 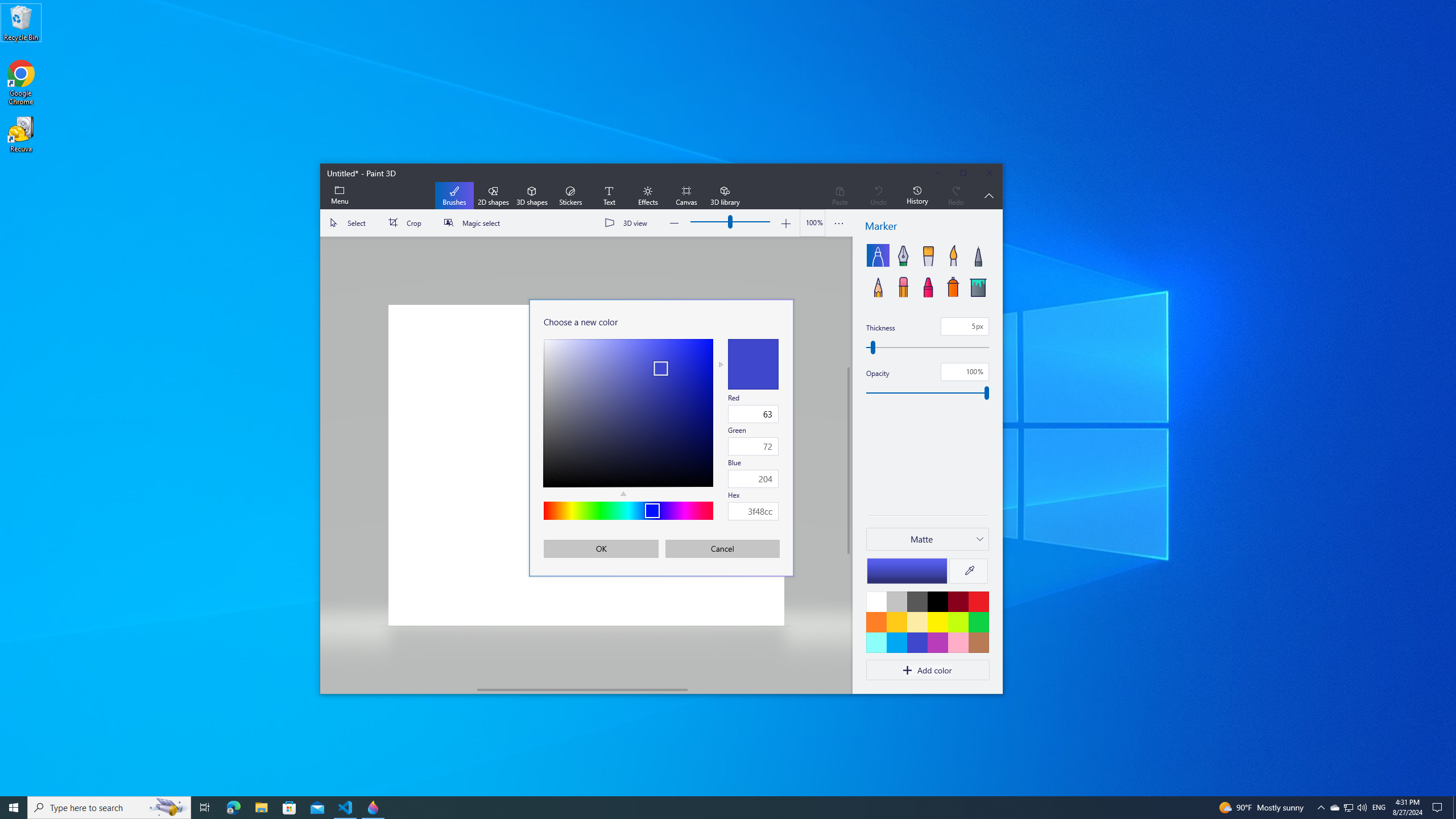 I want to click on 'Visual Studio Code - 1 running window', so click(x=345, y=806).